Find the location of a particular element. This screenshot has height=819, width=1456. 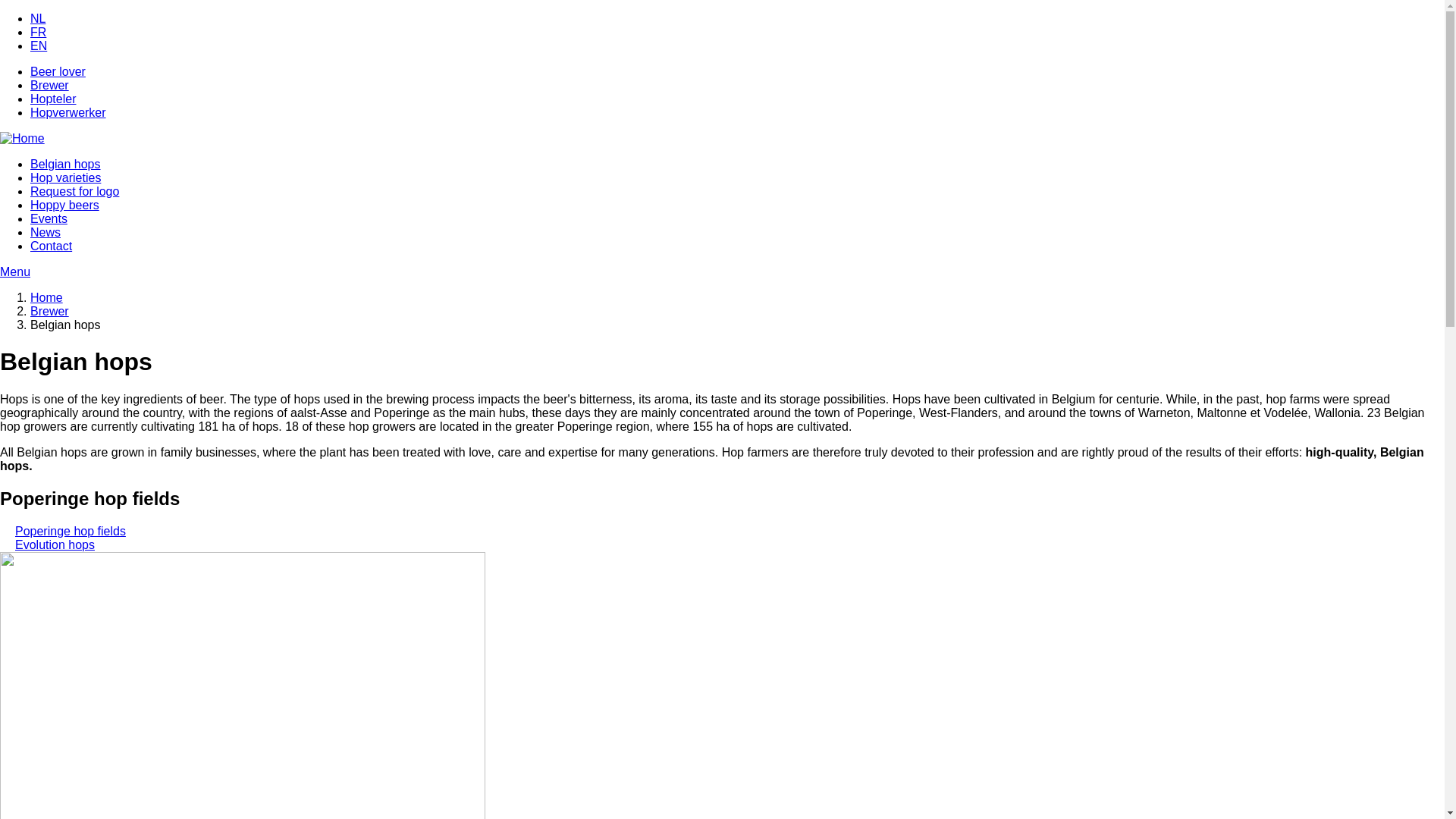

'Brewer' is located at coordinates (30, 85).